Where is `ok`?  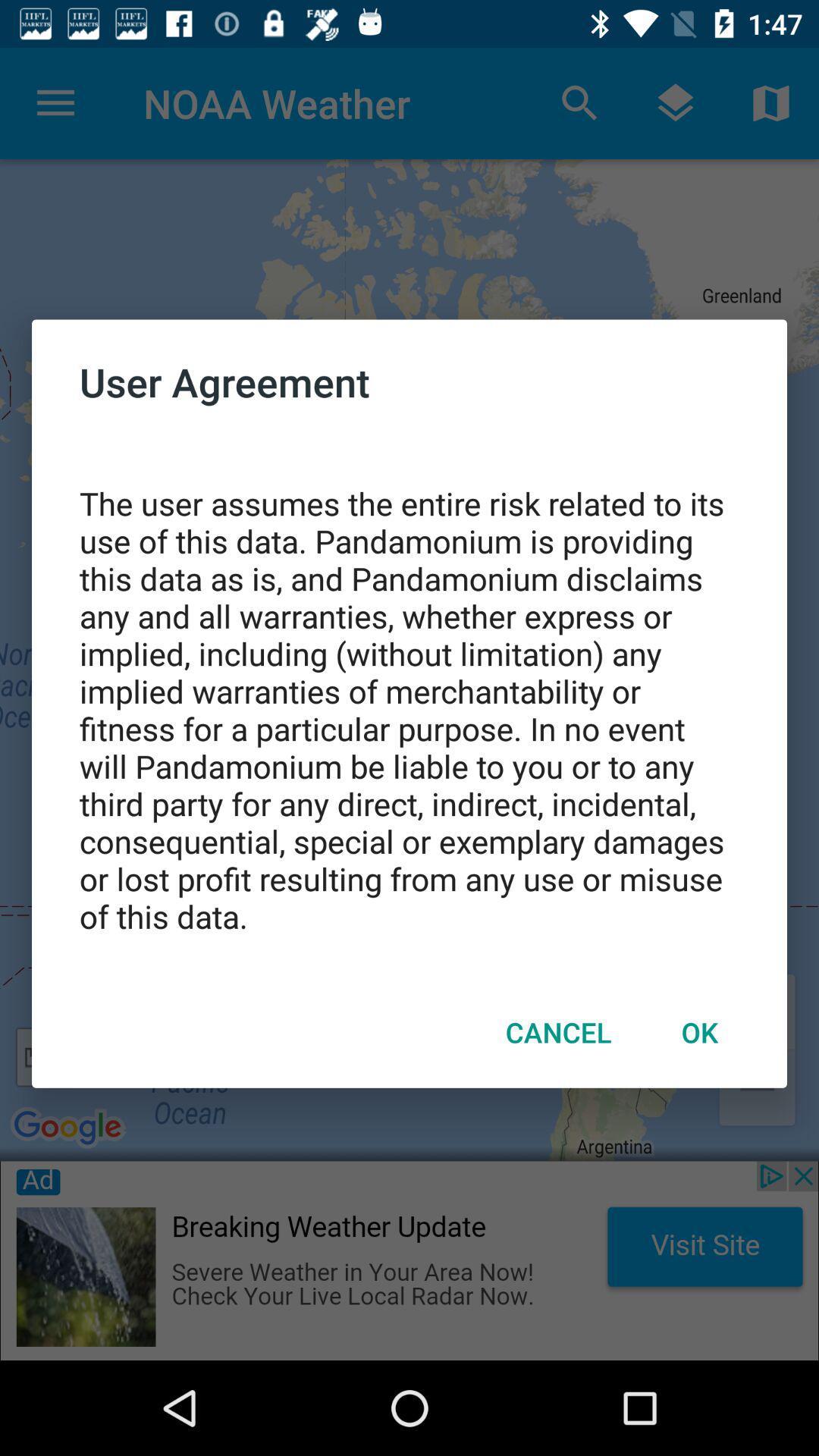
ok is located at coordinates (699, 1031).